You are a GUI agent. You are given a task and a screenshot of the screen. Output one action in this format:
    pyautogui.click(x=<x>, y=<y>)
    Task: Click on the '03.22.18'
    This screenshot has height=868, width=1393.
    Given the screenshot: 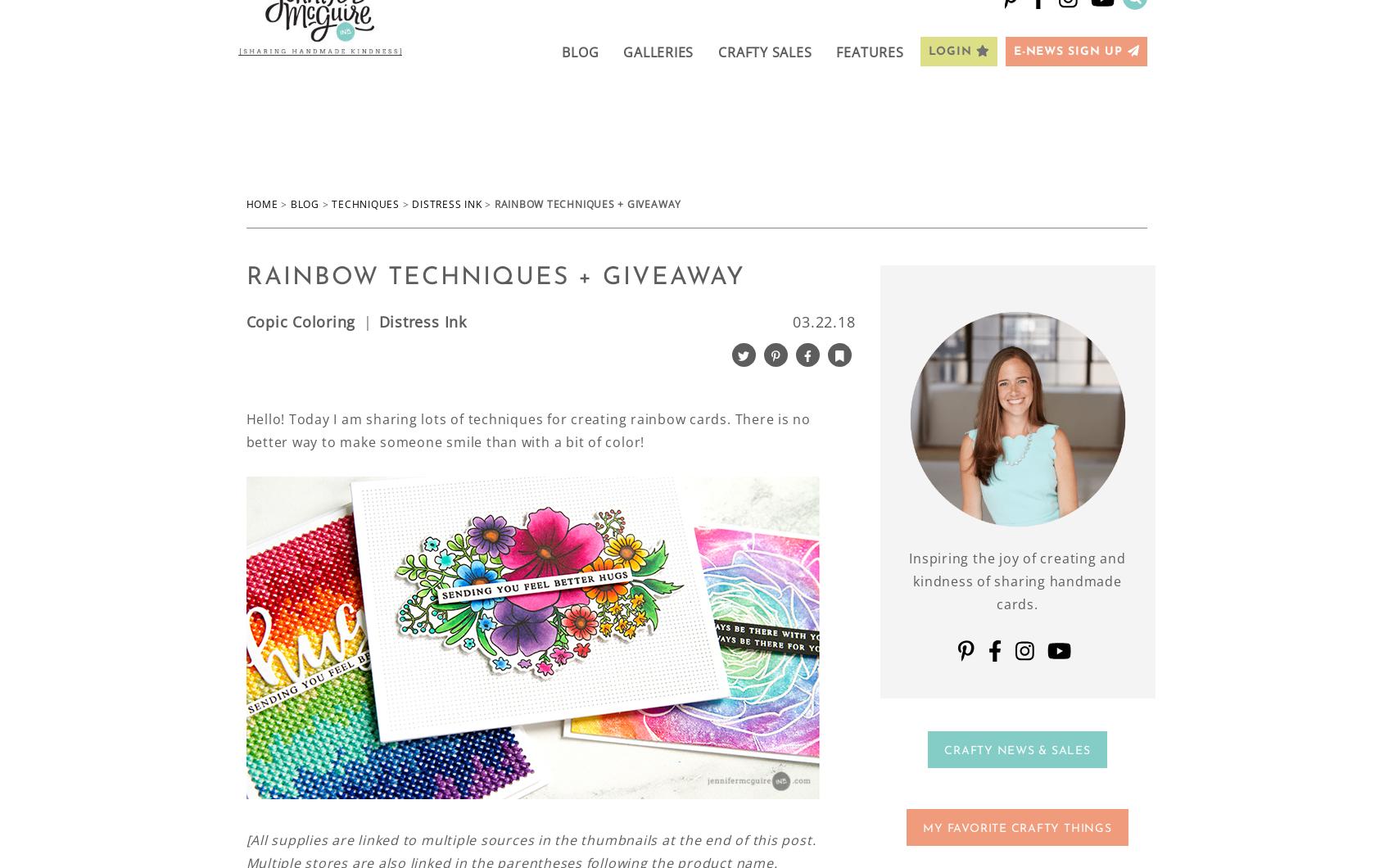 What is the action you would take?
    pyautogui.click(x=823, y=320)
    